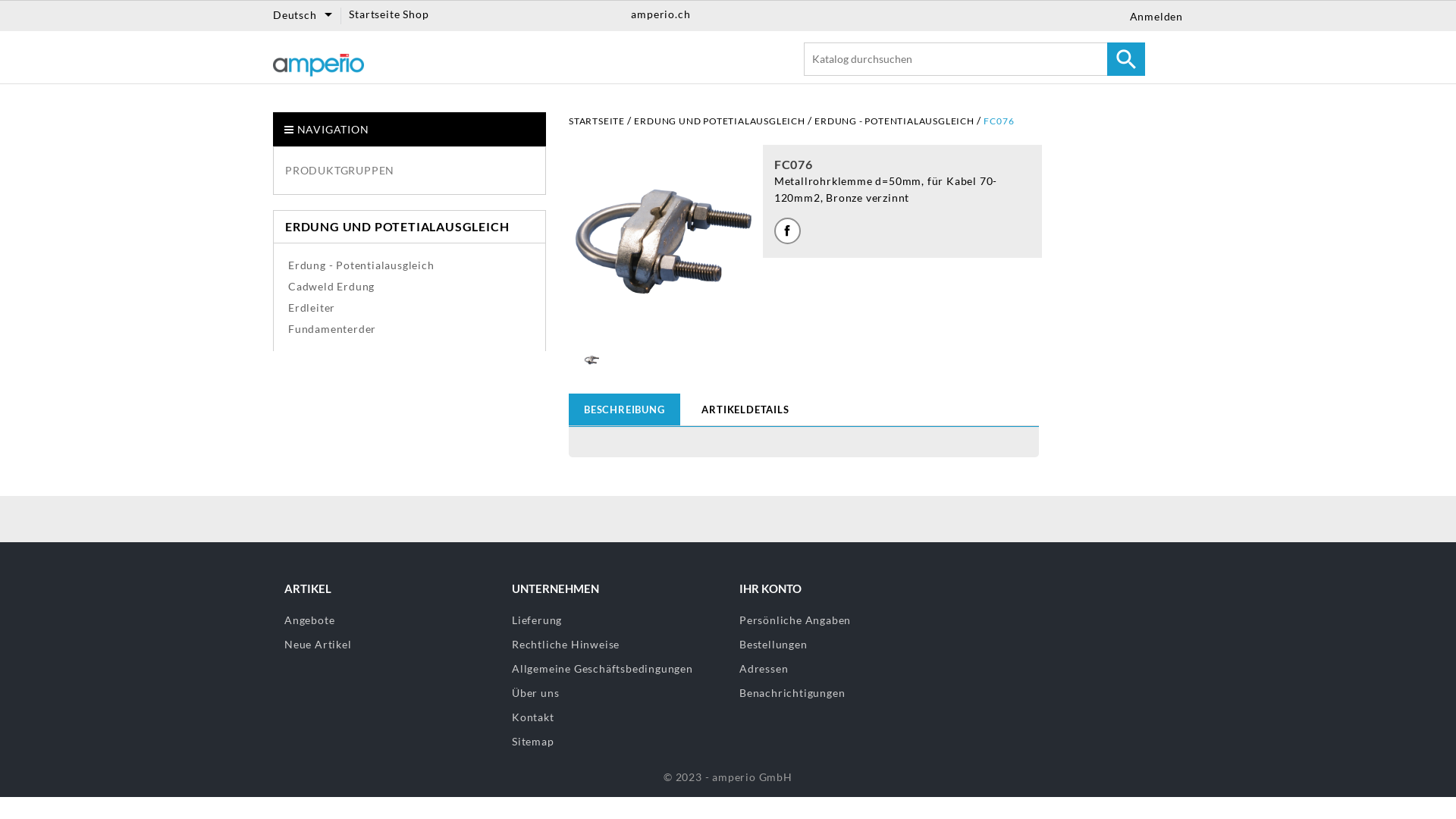 This screenshot has height=819, width=1456. Describe the element at coordinates (660, 14) in the screenshot. I see `'amperio.ch'` at that location.